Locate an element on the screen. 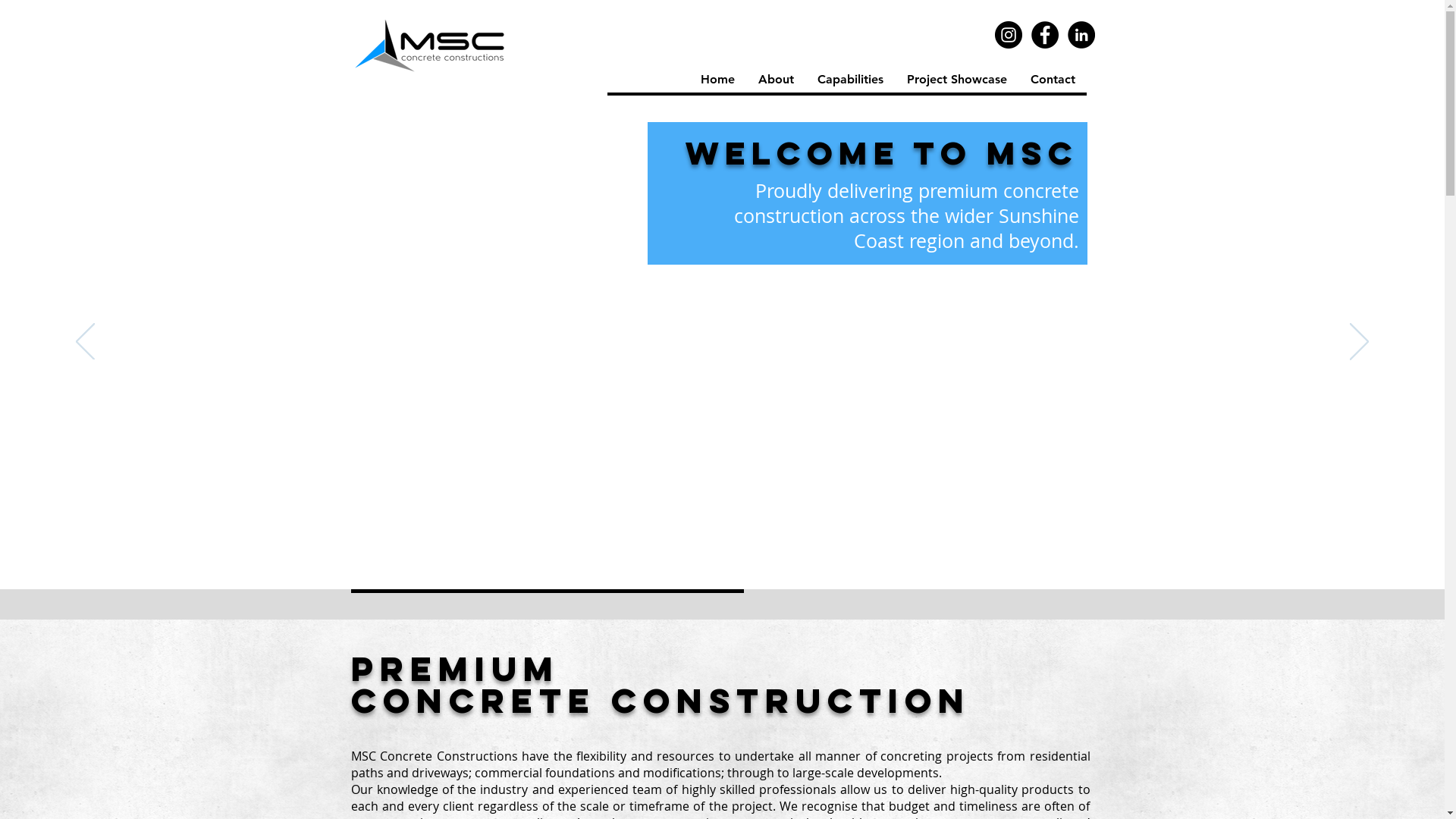  'Home' is located at coordinates (716, 79).